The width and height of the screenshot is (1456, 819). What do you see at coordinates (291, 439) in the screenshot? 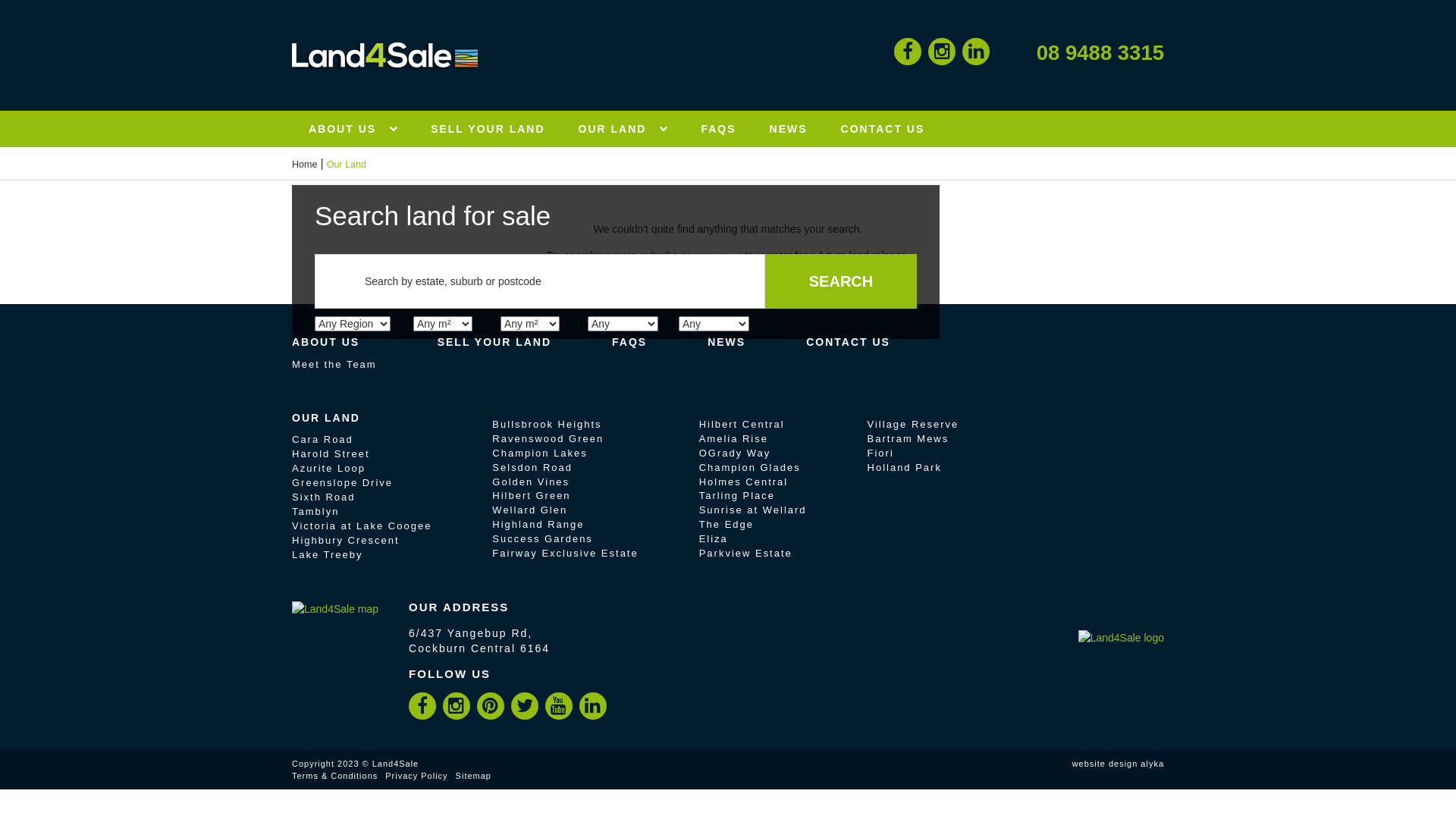
I see `'Cara Road'` at bounding box center [291, 439].